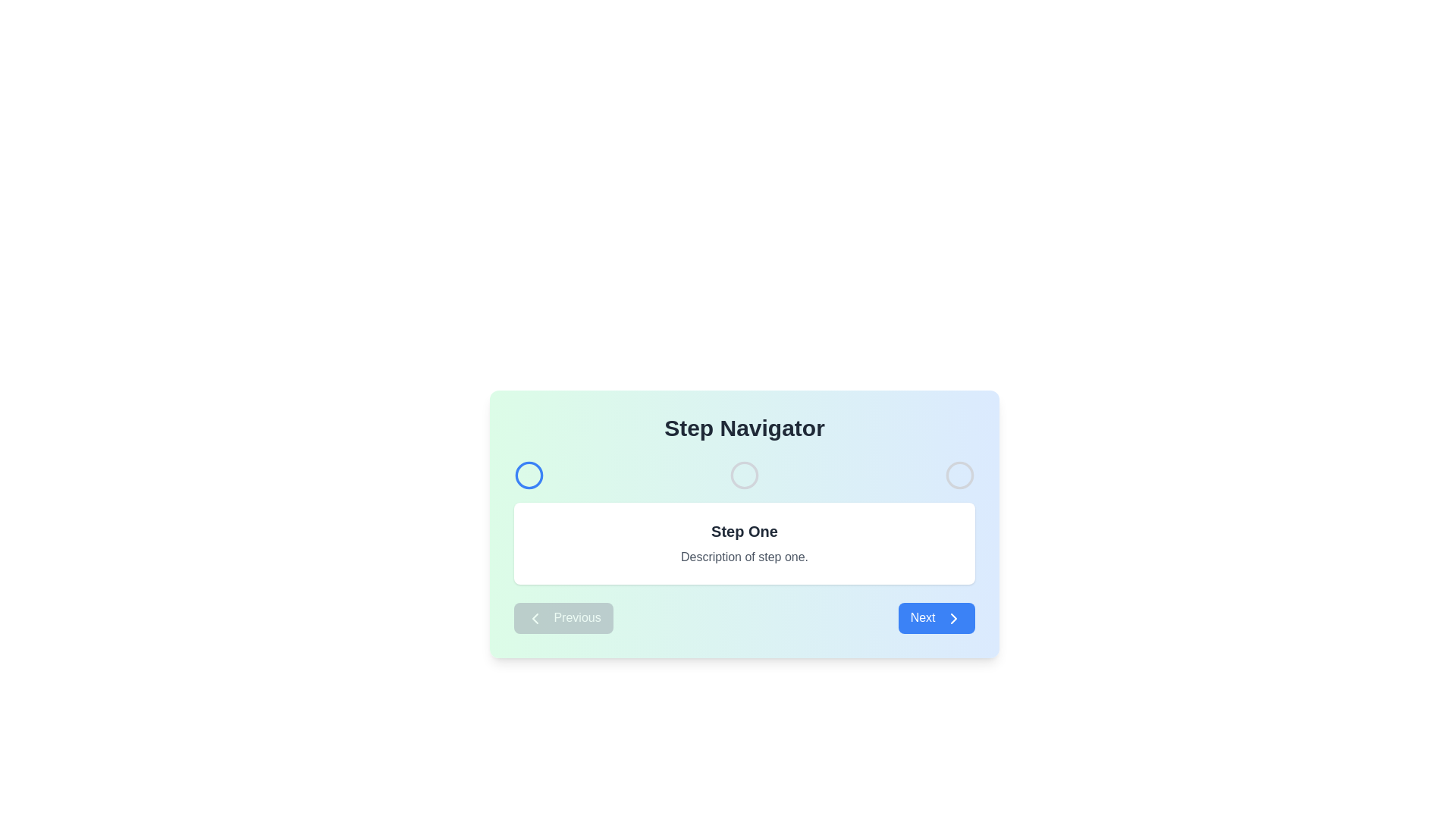 Image resolution: width=1456 pixels, height=819 pixels. I want to click on the blue 'Next' button with white text and a right-pointing chevron icon located at the bottom-right corner of the card interface, so click(936, 618).